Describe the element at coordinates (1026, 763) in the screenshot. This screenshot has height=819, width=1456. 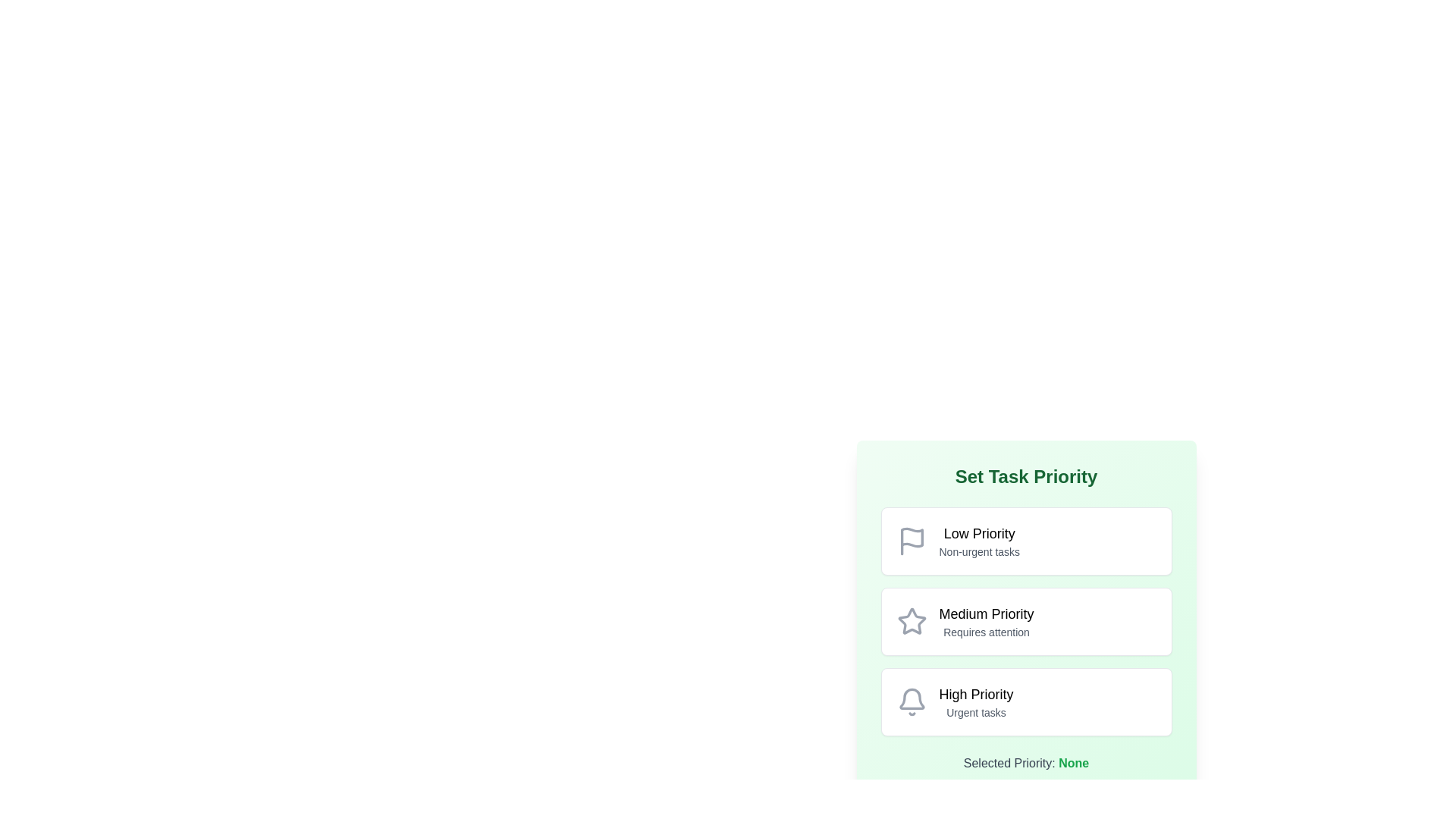
I see `the informational Text Label that displays the currently selected priority status, located at the bottom-center under the 'Set Task Priority' header` at that location.